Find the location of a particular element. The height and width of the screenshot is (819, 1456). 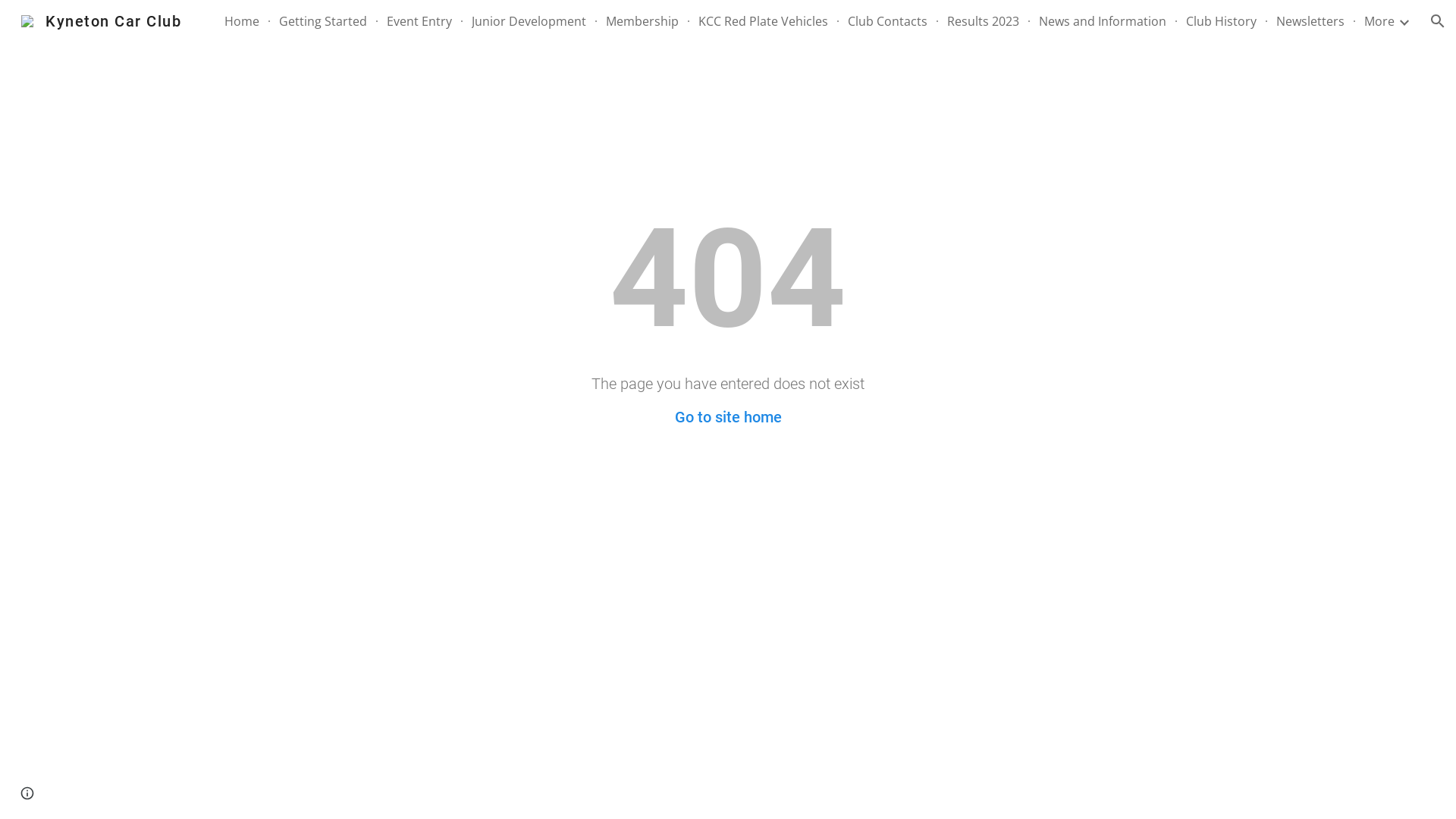

'Kyneton Car Club' is located at coordinates (100, 20).